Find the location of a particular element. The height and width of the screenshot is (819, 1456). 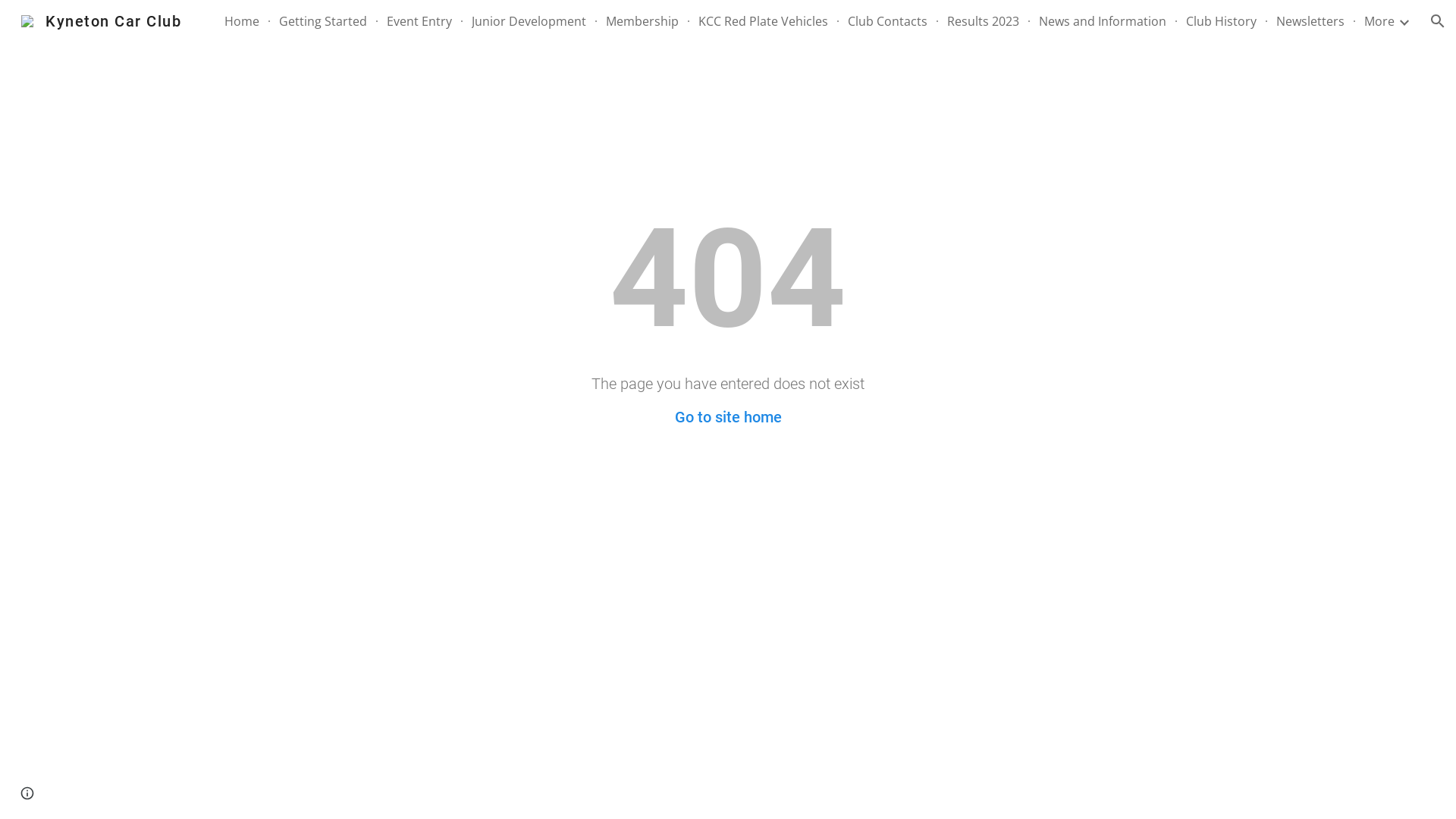

'Kyneton Car Club' is located at coordinates (100, 20).